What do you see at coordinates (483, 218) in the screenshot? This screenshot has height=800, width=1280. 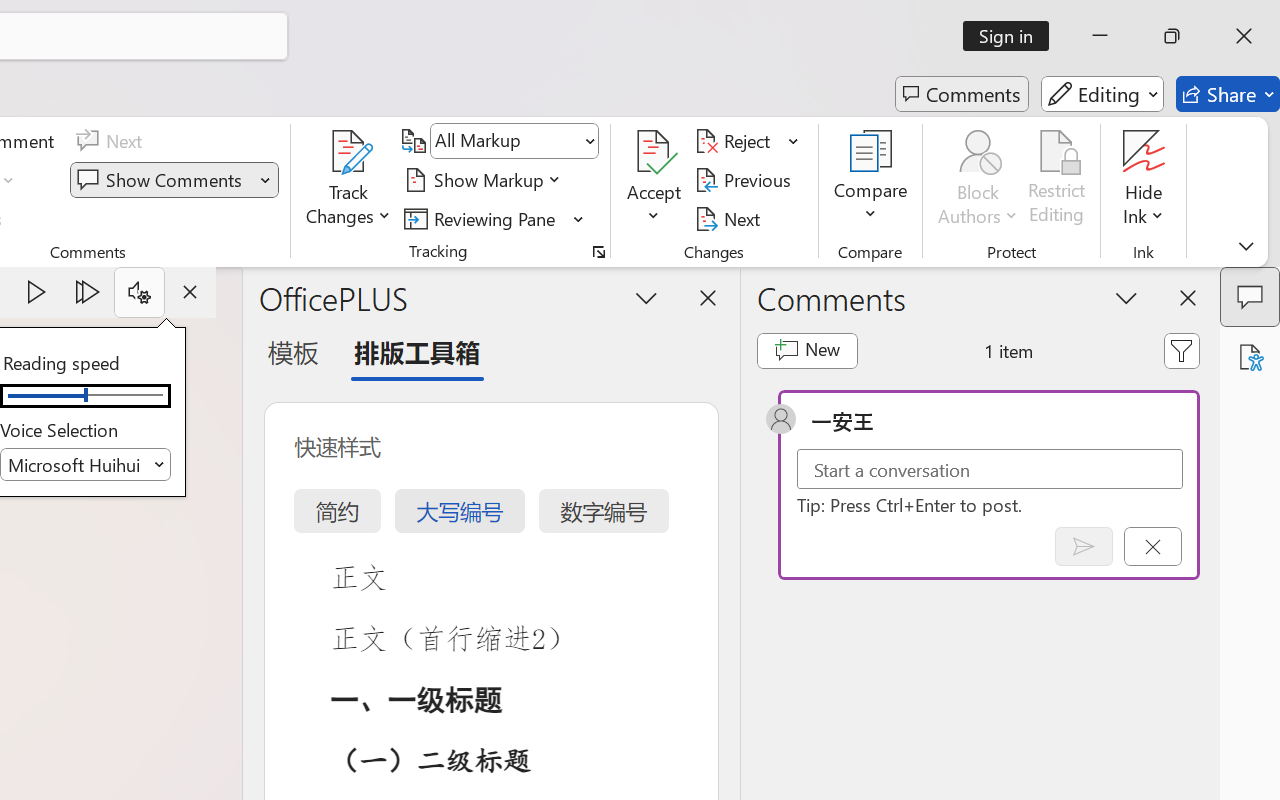 I see `'Reviewing Pane'` at bounding box center [483, 218].